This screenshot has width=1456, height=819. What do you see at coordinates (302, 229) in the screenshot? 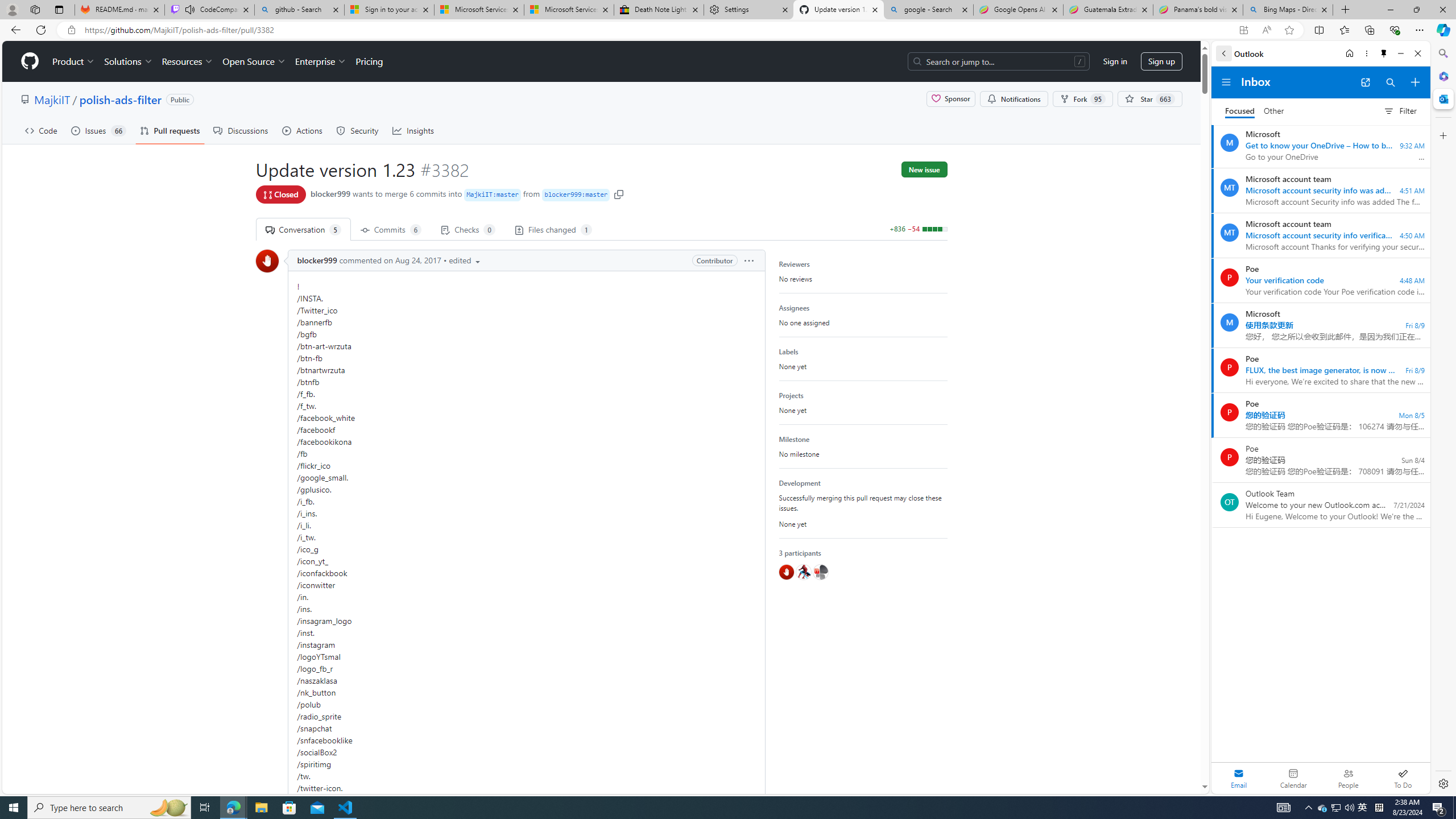
I see `' Conversation 5'` at bounding box center [302, 229].